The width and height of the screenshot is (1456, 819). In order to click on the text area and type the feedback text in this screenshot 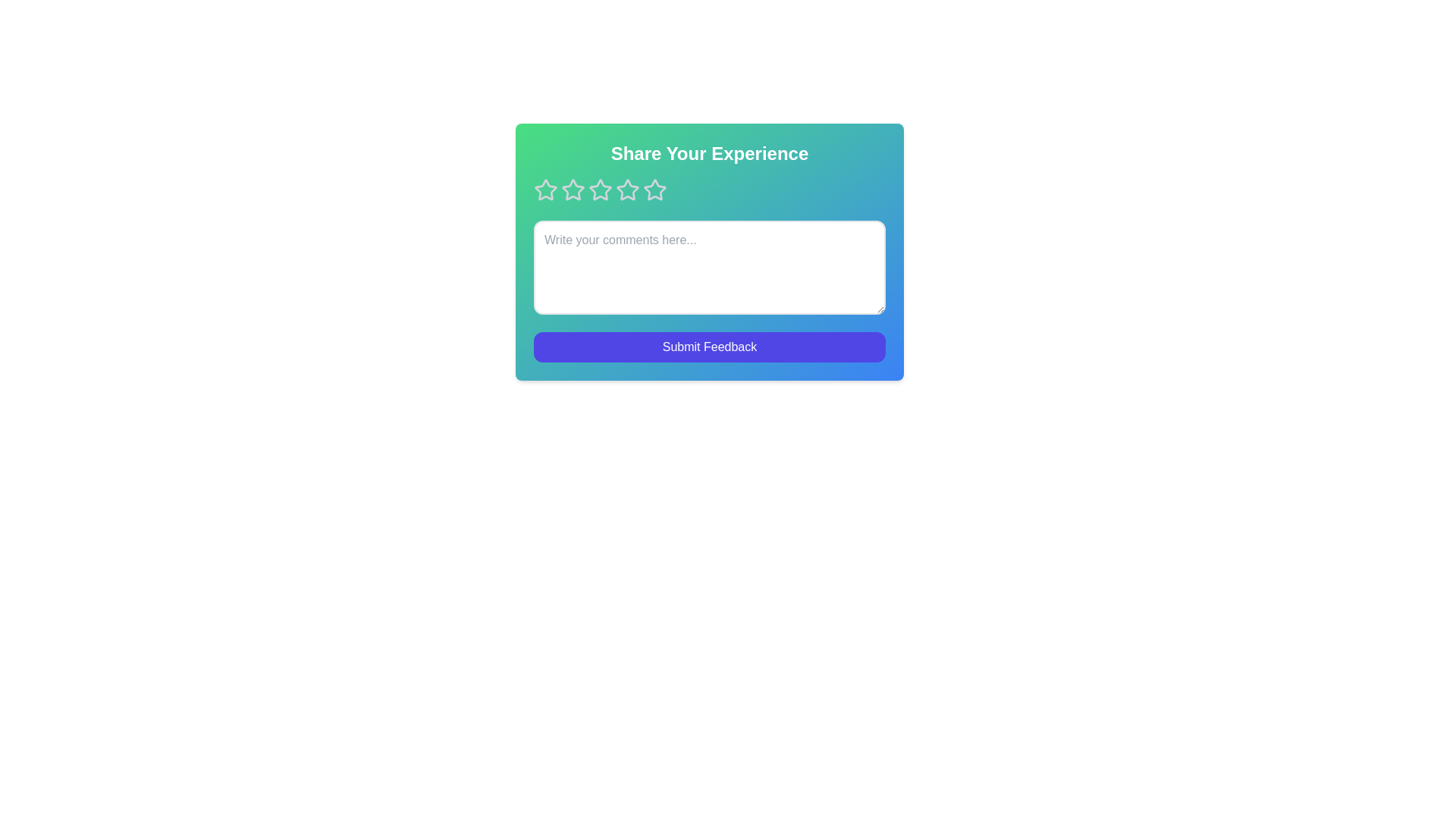, I will do `click(709, 267)`.